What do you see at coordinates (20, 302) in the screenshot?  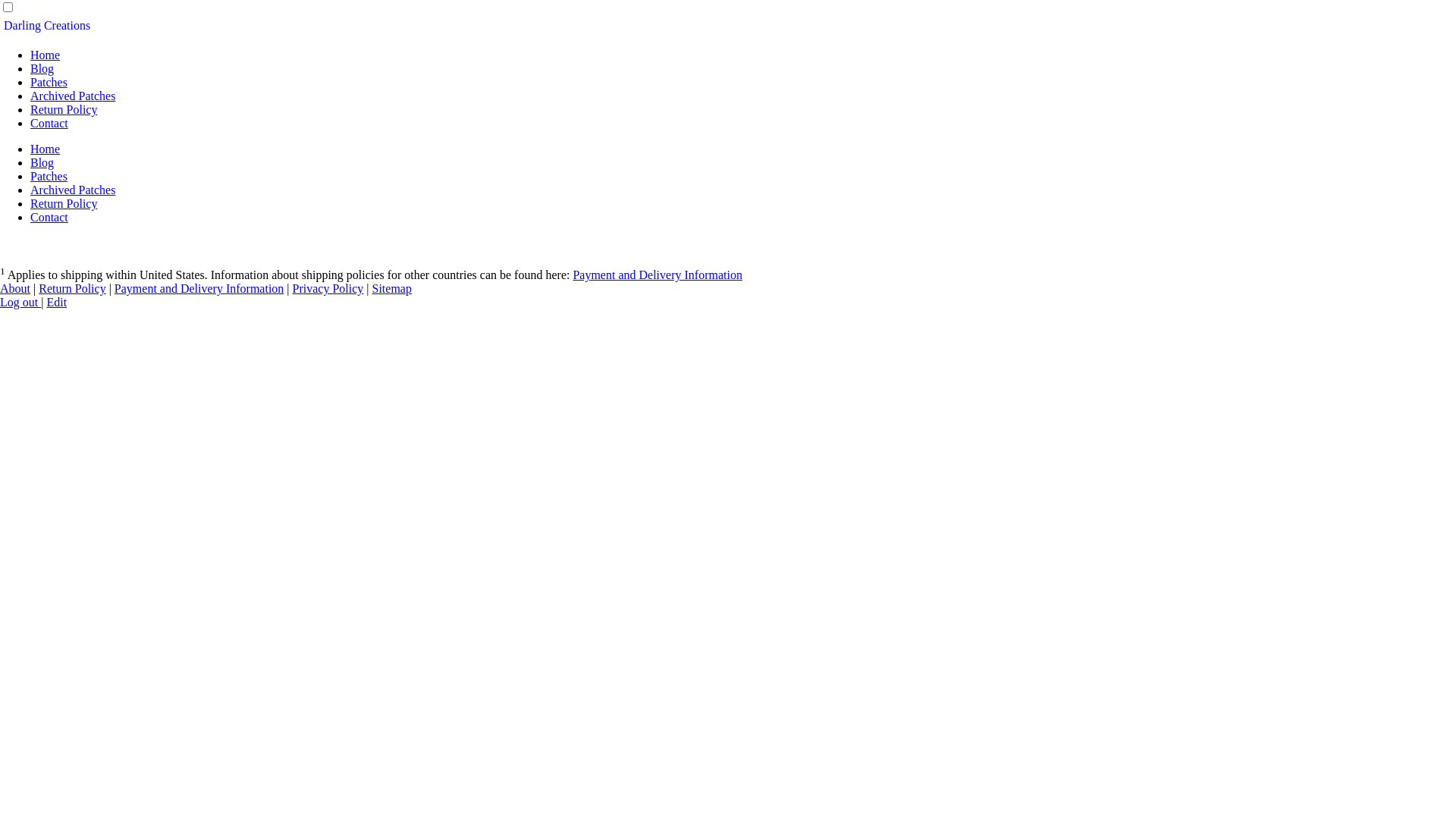 I see `'Log out'` at bounding box center [20, 302].